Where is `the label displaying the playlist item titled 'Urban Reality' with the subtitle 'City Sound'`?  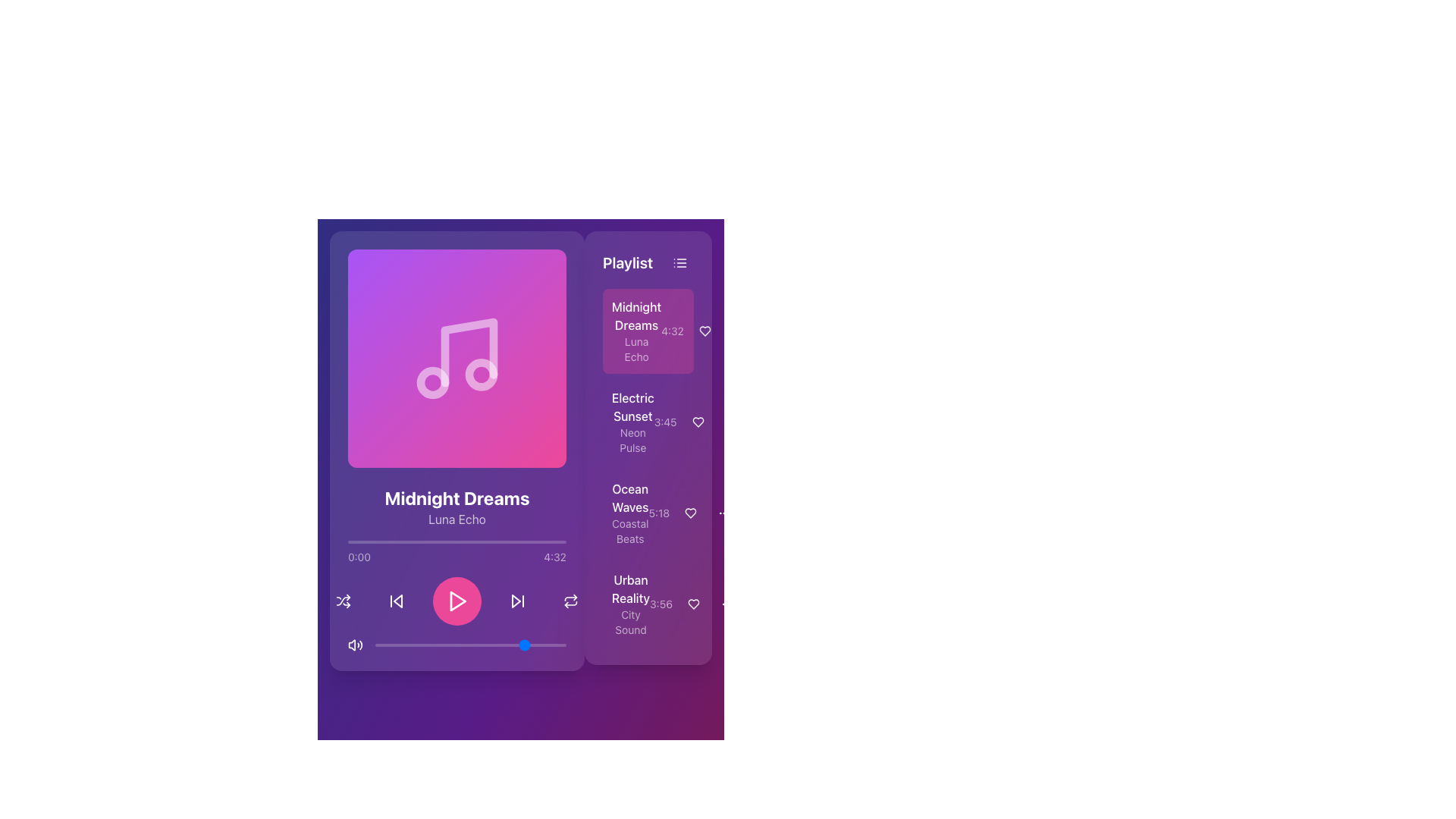 the label displaying the playlist item titled 'Urban Reality' with the subtitle 'City Sound' is located at coordinates (630, 604).